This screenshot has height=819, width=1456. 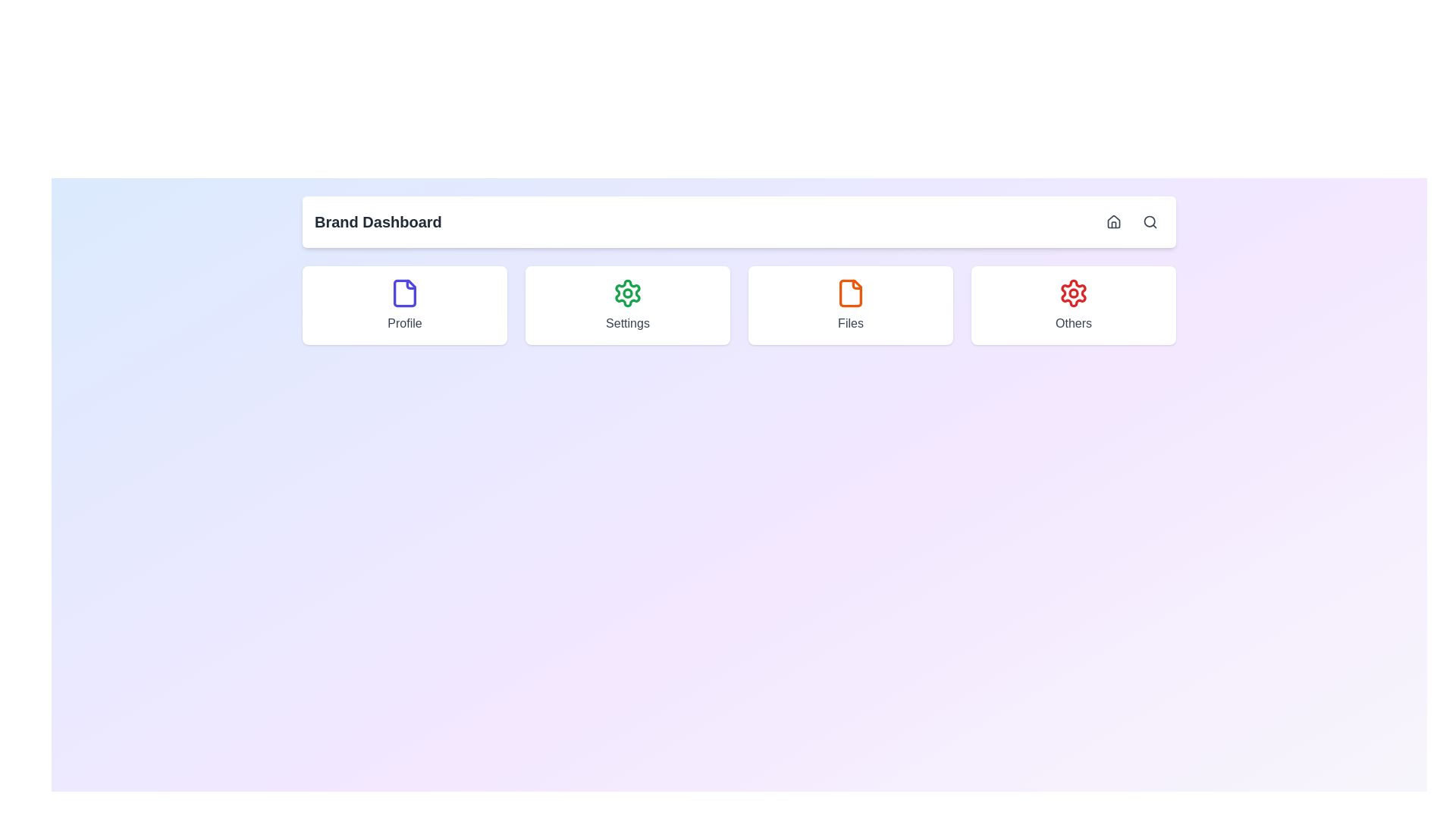 What do you see at coordinates (628, 293) in the screenshot?
I see `the green and white cogwheel icon located in the settings card labeled 'Settings'` at bounding box center [628, 293].